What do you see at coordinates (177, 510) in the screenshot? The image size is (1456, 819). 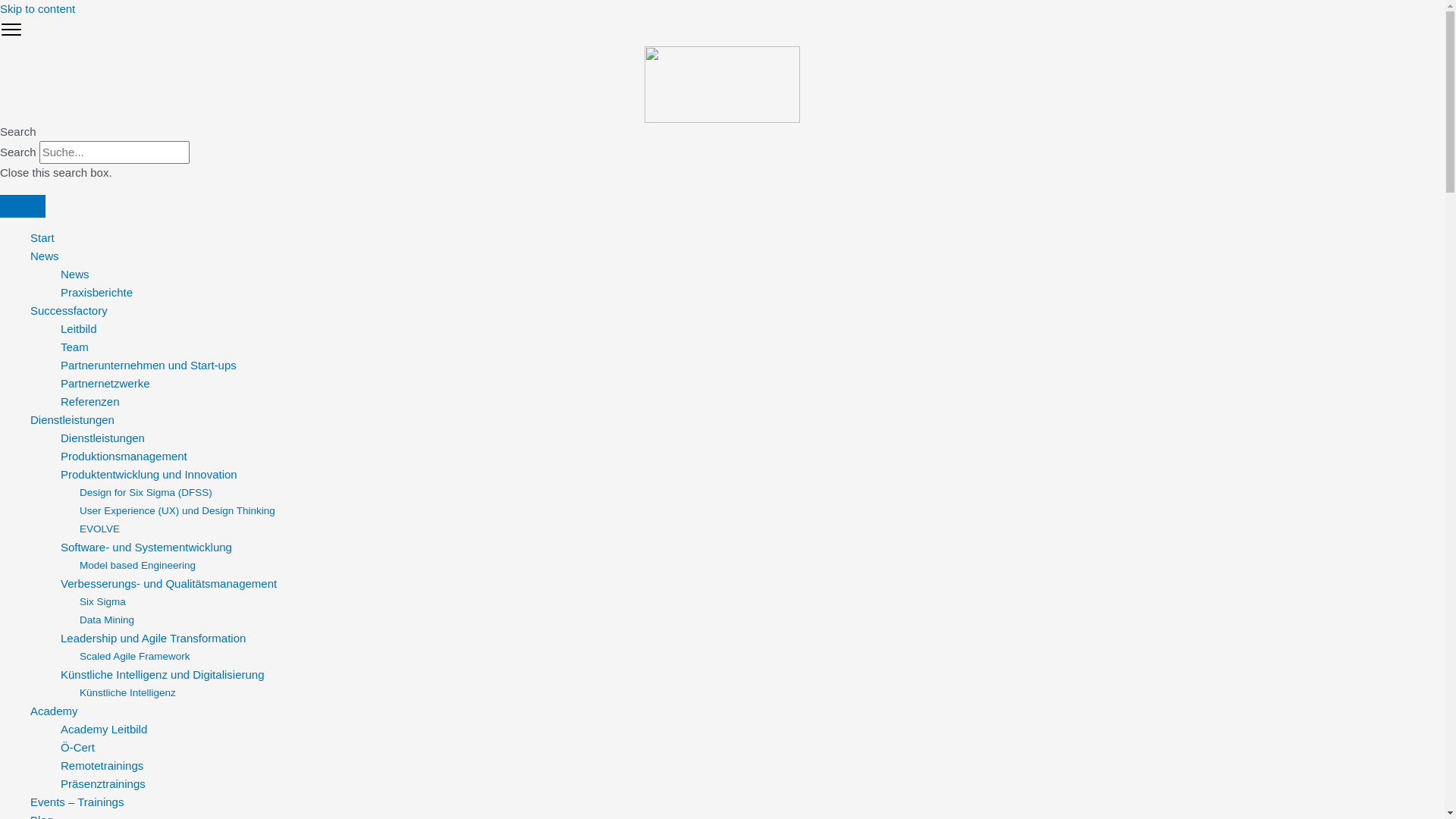 I see `'User Experience (UX) und Design Thinking'` at bounding box center [177, 510].